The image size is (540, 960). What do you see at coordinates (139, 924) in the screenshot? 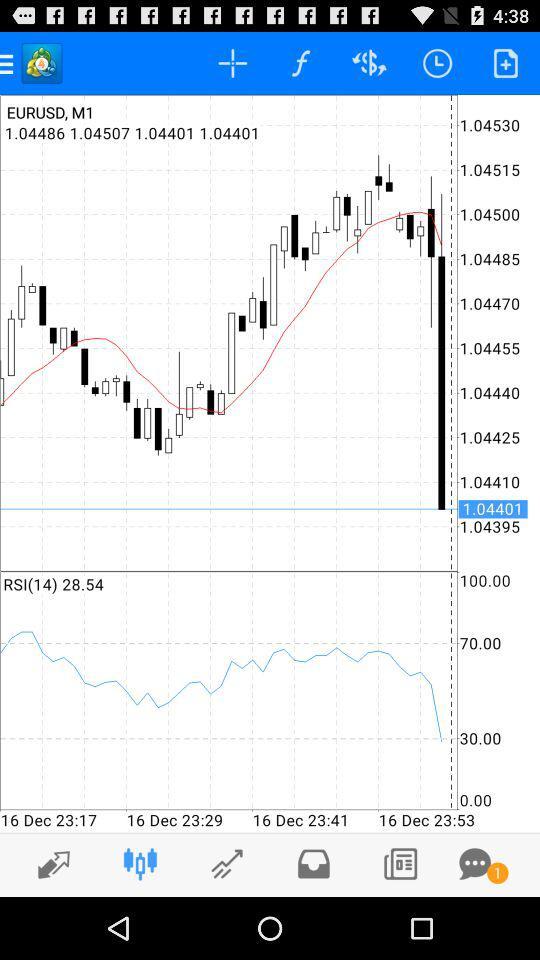
I see `the sliders icon` at bounding box center [139, 924].